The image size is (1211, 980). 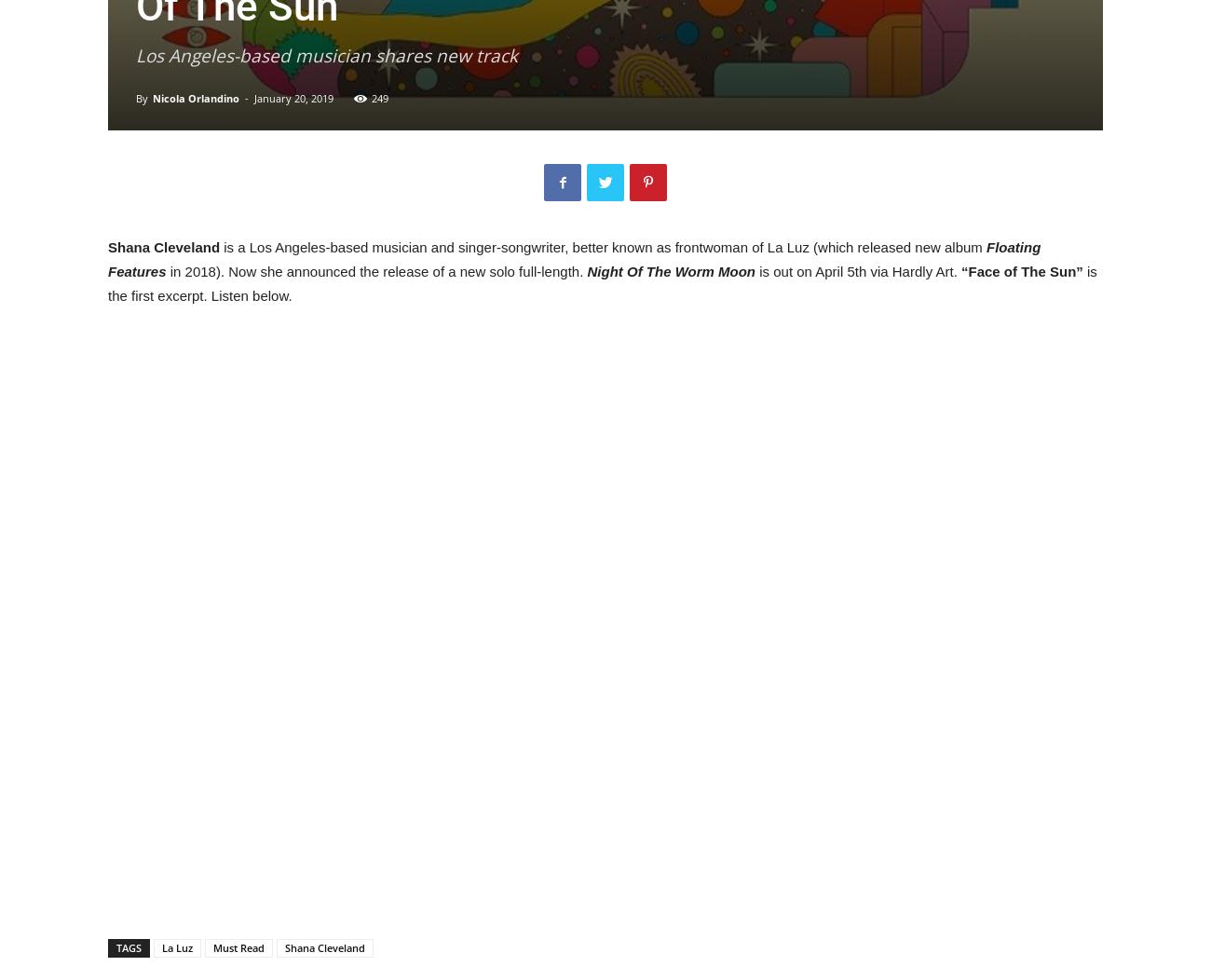 What do you see at coordinates (134, 98) in the screenshot?
I see `'By'` at bounding box center [134, 98].